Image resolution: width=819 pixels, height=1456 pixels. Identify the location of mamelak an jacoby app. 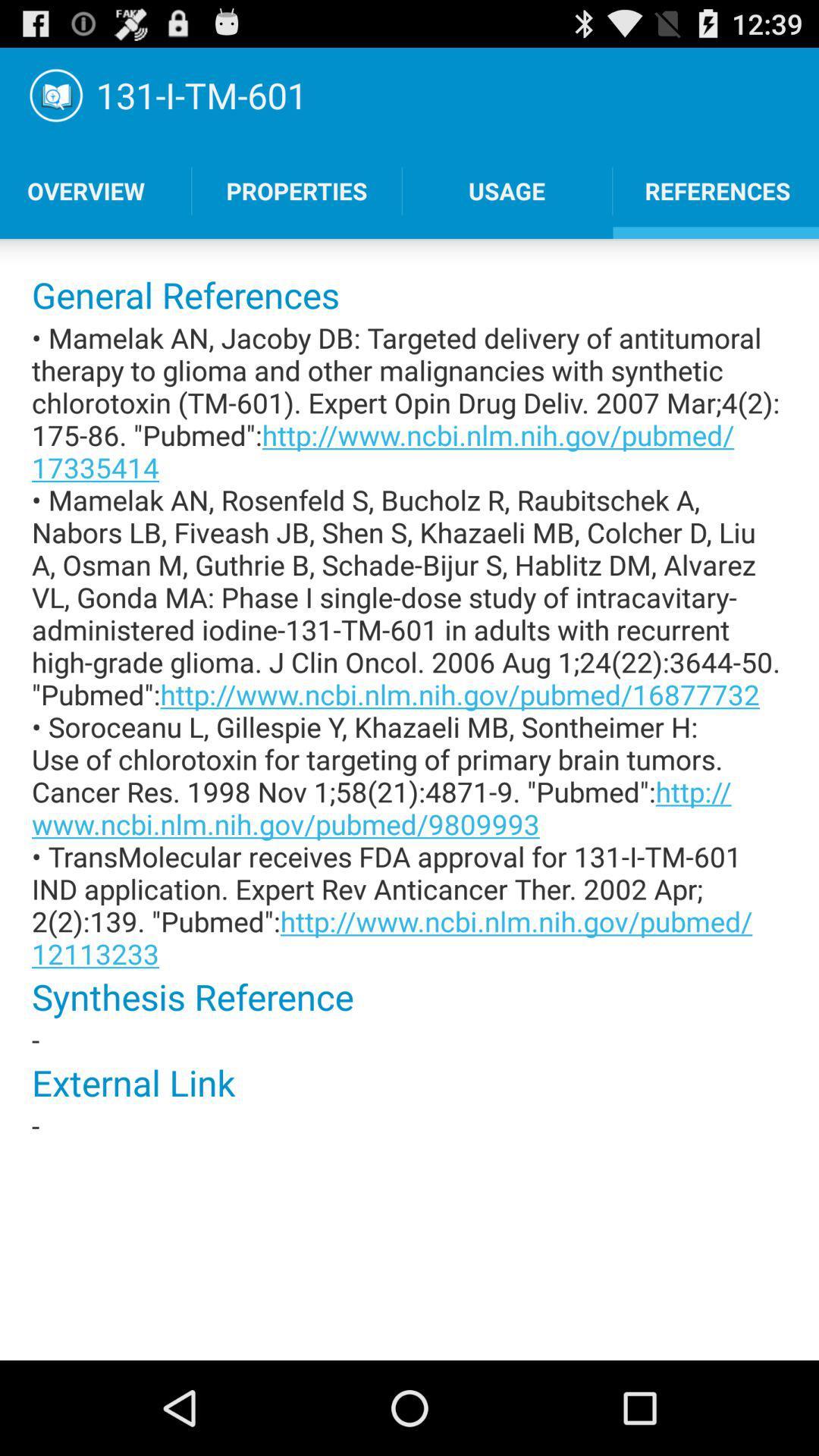
(409, 645).